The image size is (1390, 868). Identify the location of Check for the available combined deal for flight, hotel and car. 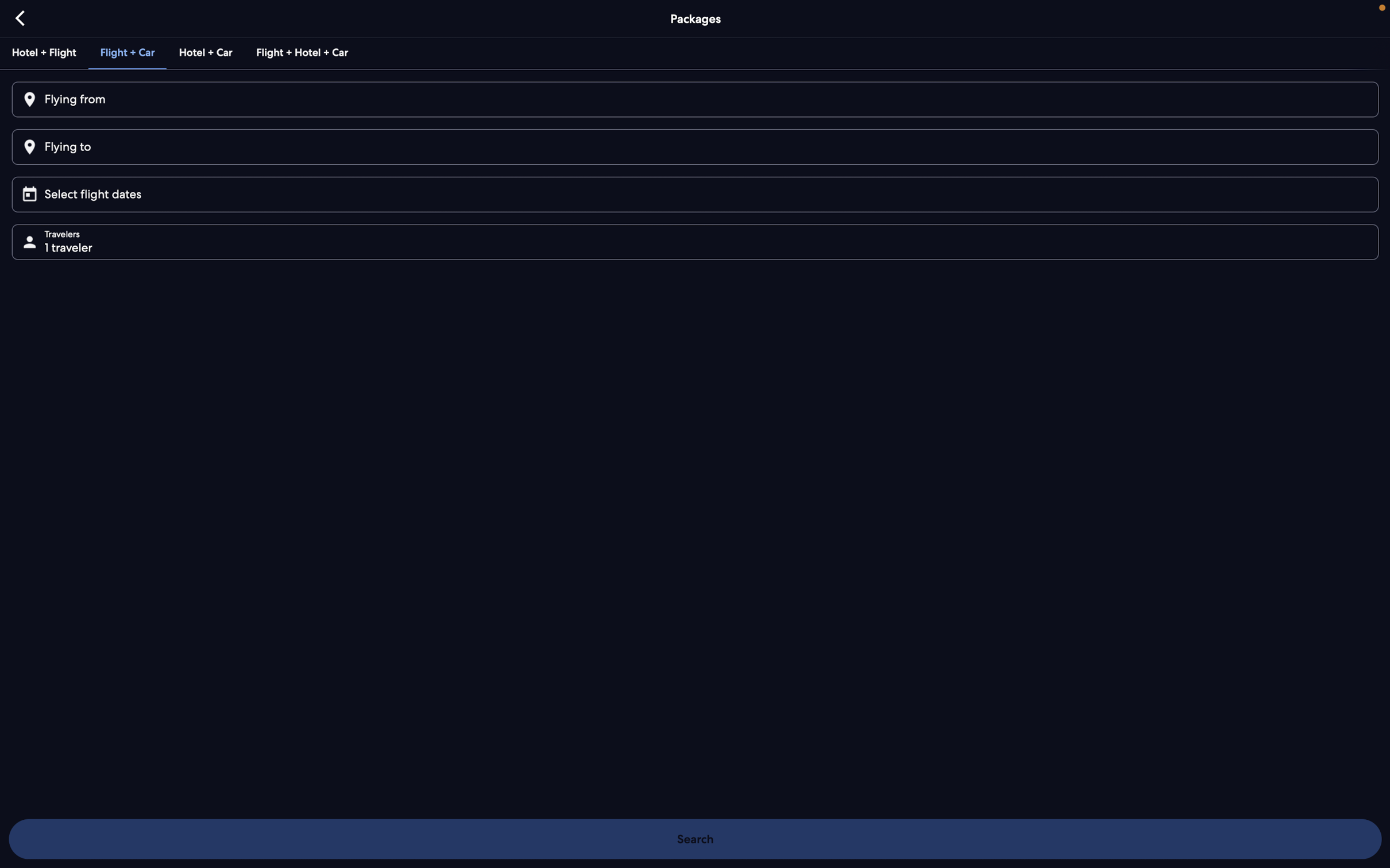
(300, 52).